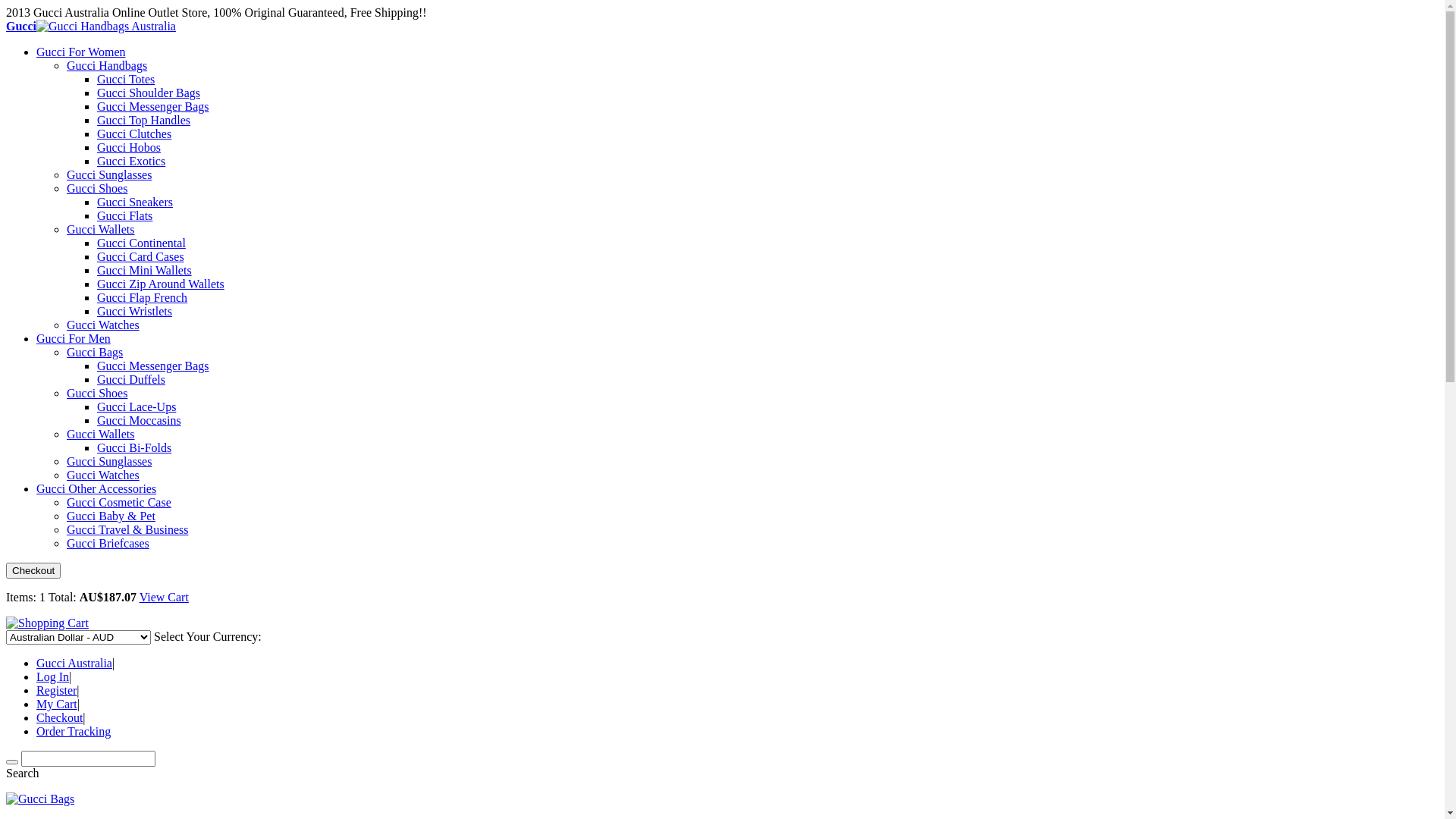 This screenshot has width=1456, height=819. Describe the element at coordinates (126, 79) in the screenshot. I see `'Gucci Totes'` at that location.